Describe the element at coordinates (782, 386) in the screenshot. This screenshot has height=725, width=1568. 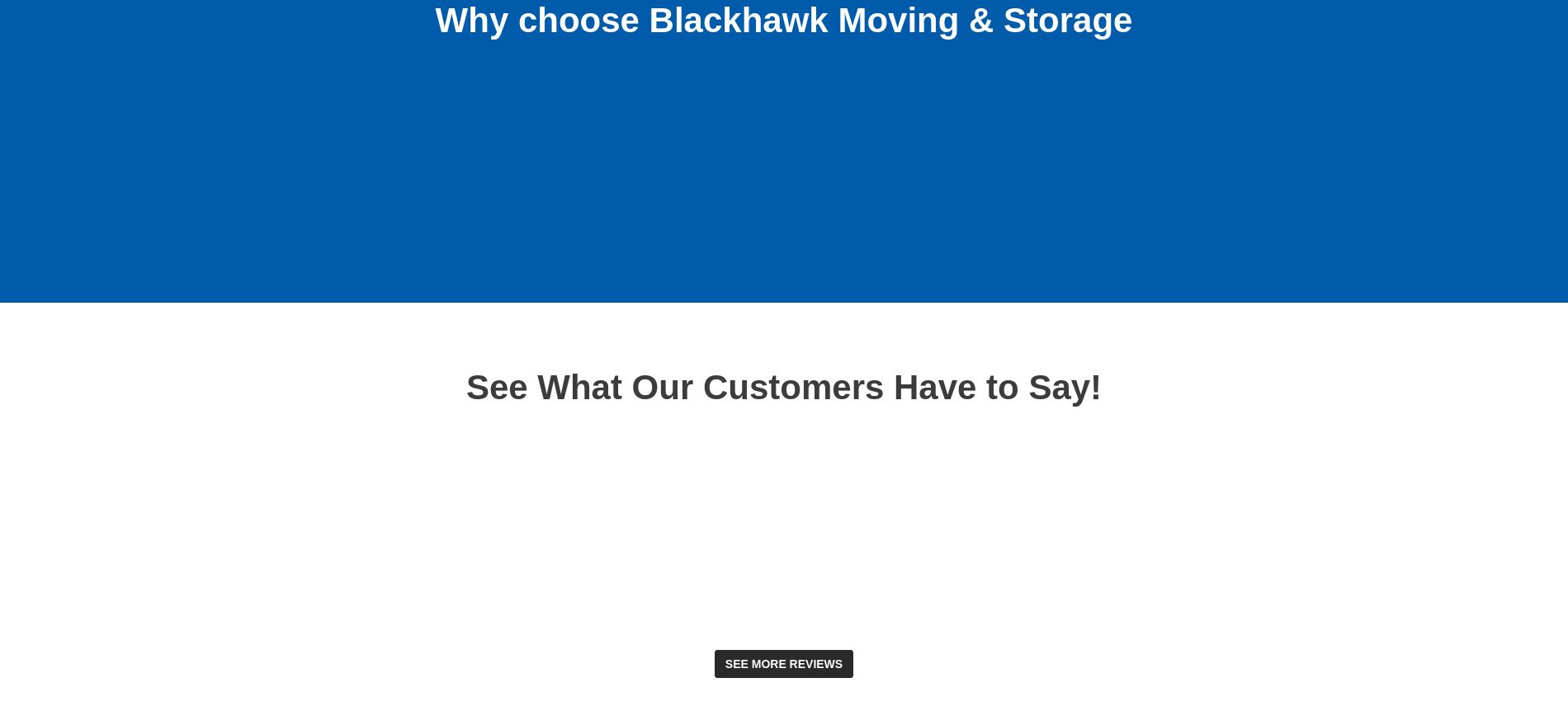
I see `'See What Our Customers Have to Say!'` at that location.